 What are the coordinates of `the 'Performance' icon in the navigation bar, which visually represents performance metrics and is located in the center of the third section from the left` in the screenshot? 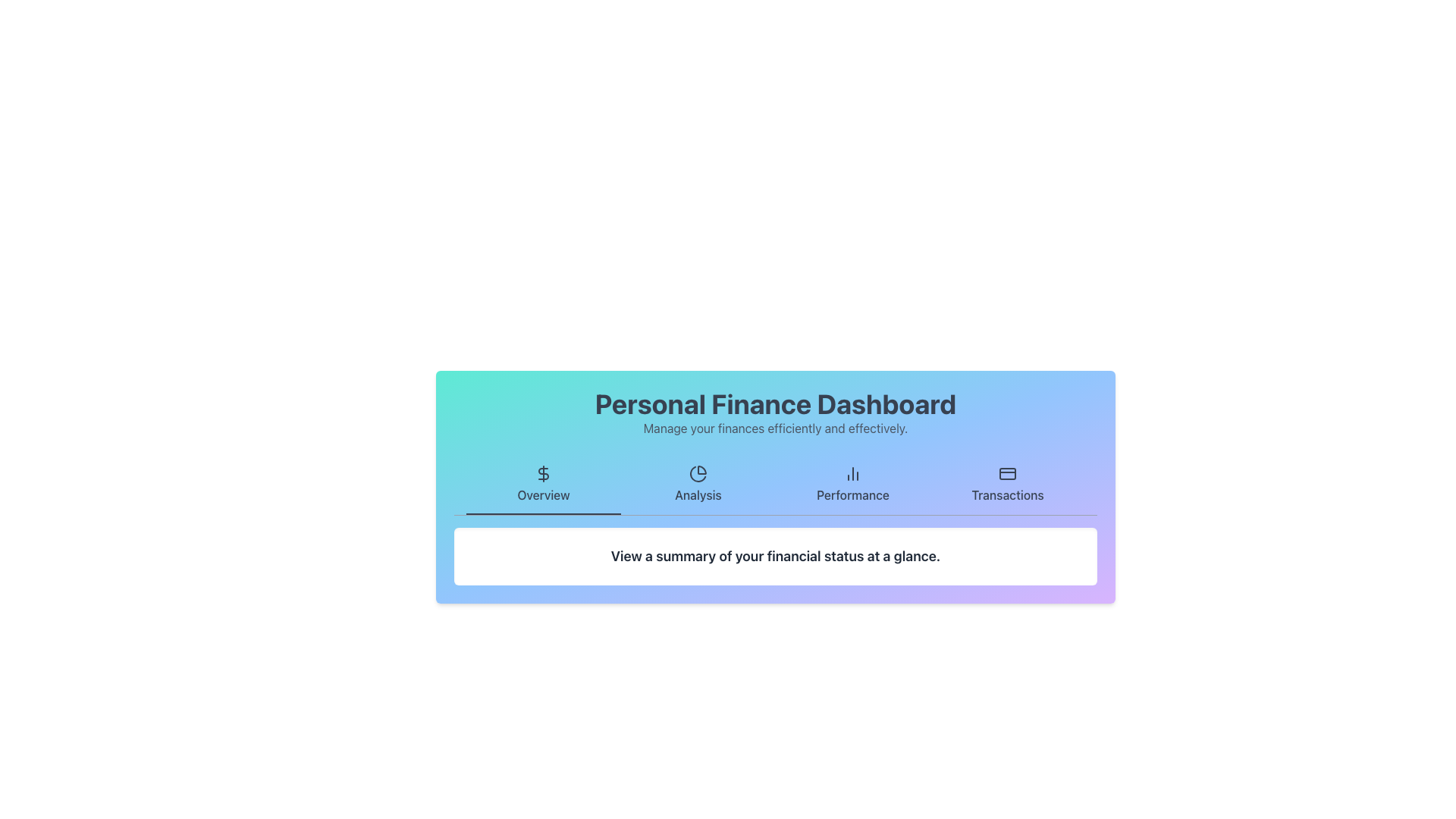 It's located at (852, 472).